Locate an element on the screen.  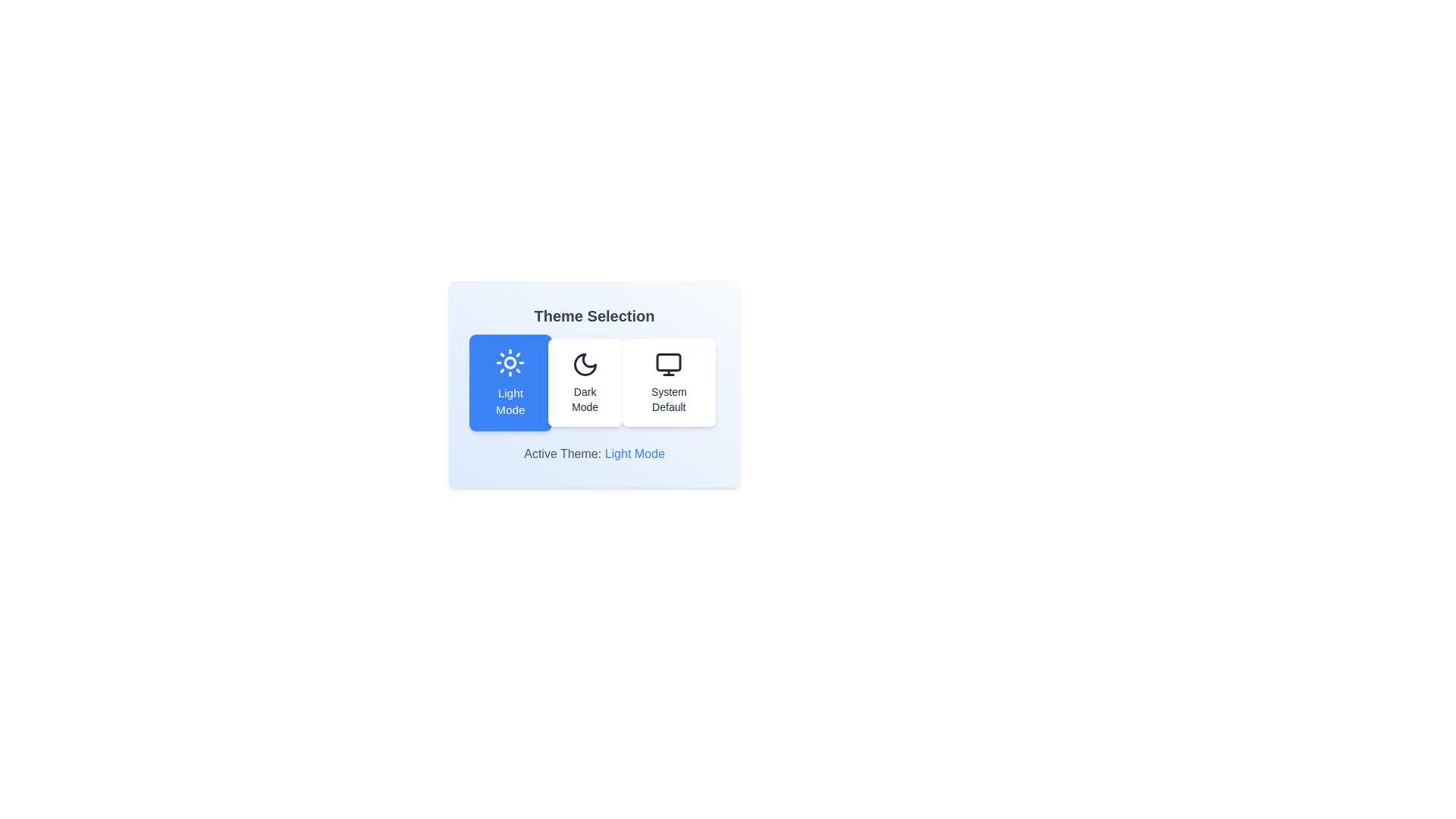
the Light Mode button to see its hover effect is located at coordinates (510, 382).